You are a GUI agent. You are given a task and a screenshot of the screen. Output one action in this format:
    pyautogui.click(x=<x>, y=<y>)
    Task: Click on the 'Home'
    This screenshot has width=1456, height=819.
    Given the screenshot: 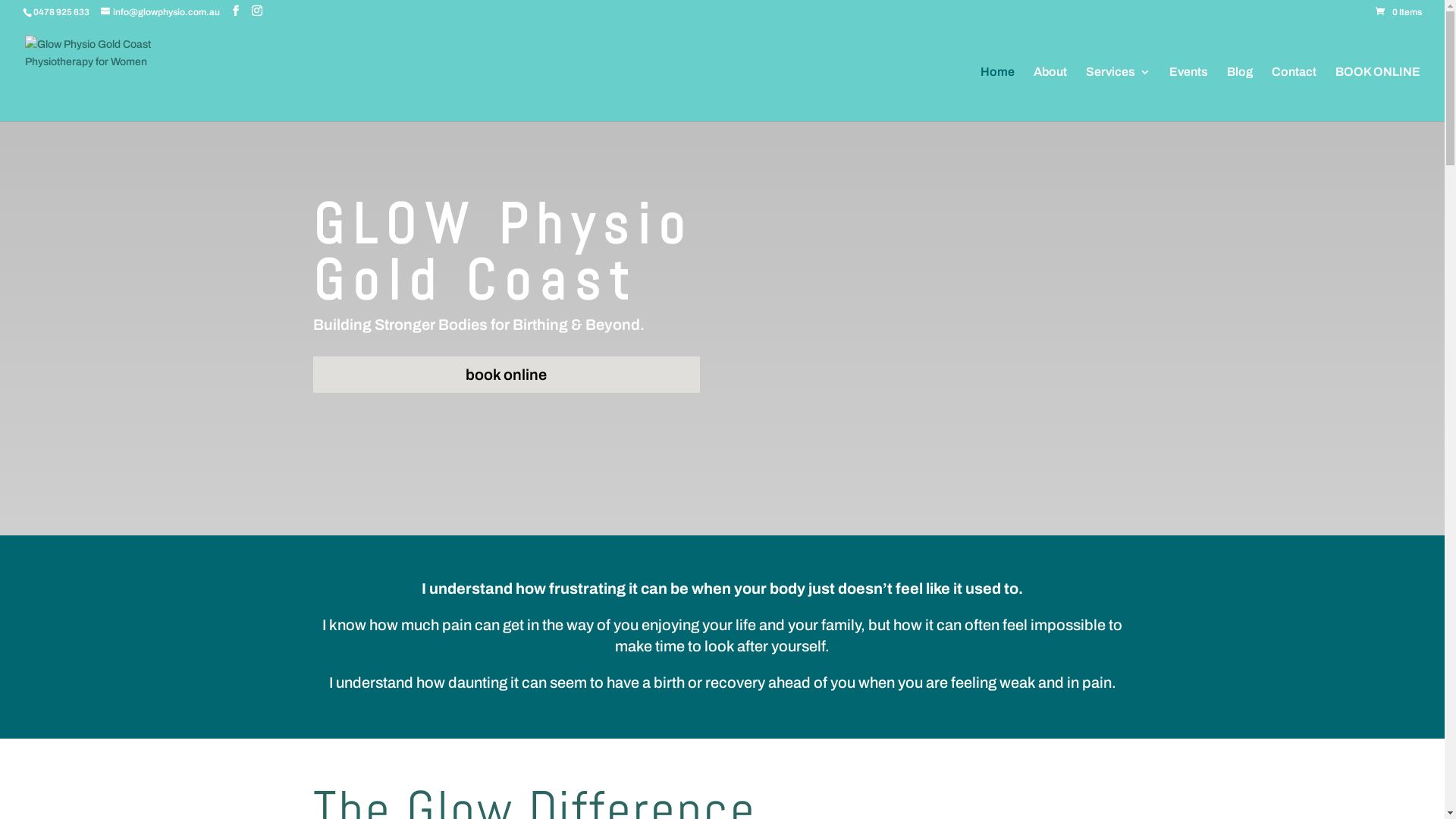 What is the action you would take?
    pyautogui.click(x=997, y=93)
    